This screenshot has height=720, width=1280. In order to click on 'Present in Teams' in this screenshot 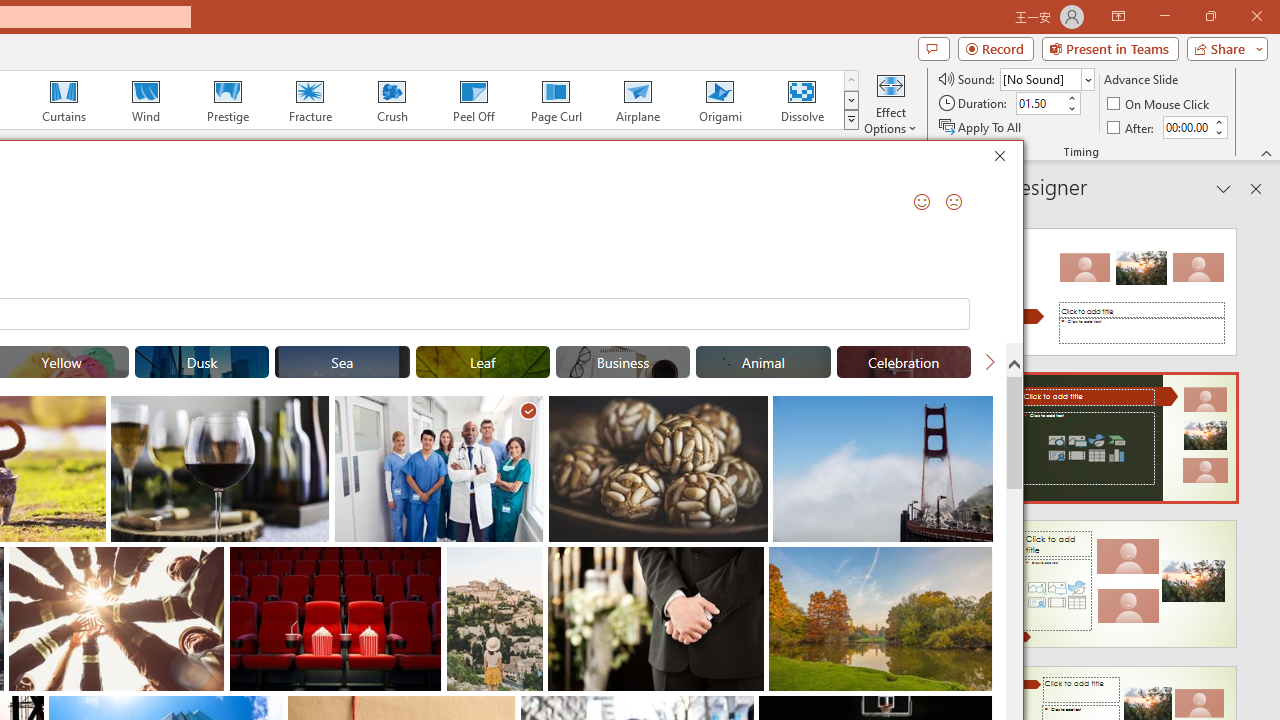, I will do `click(1109, 47)`.